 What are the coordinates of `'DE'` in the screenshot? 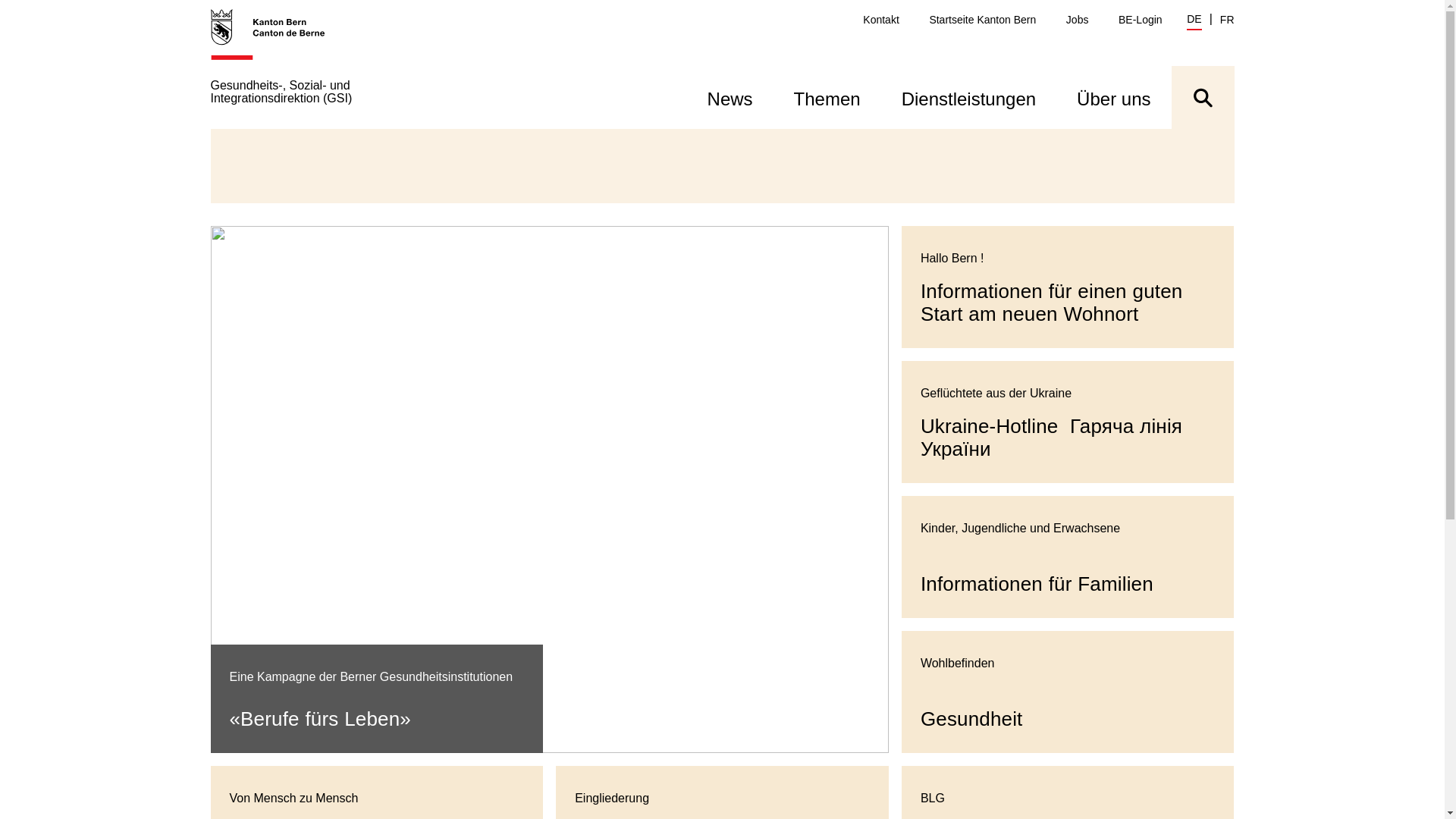 It's located at (1185, 20).